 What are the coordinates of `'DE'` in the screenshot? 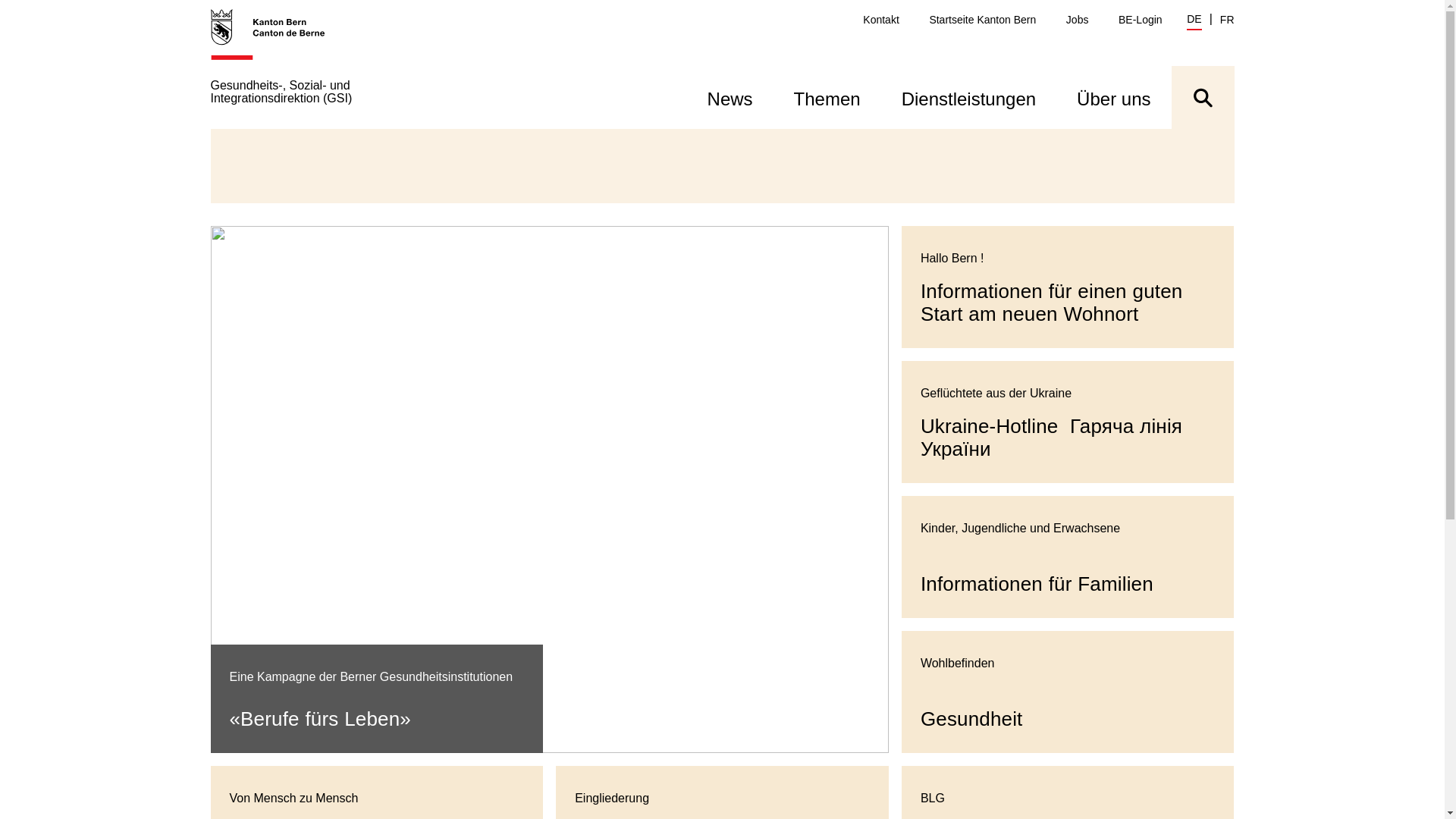 It's located at (1185, 20).